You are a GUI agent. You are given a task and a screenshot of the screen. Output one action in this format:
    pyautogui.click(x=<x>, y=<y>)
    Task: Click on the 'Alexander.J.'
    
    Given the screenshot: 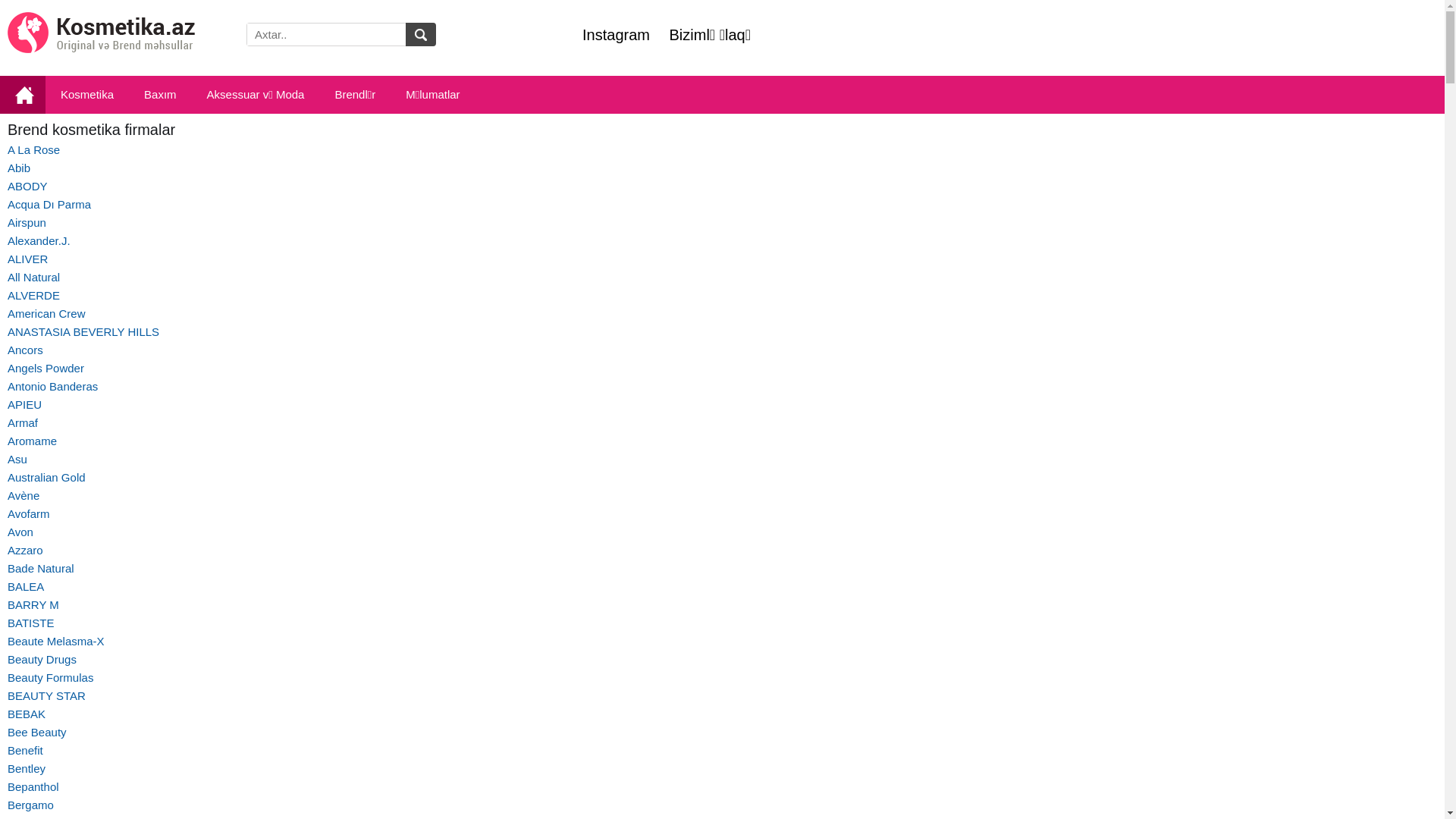 What is the action you would take?
    pyautogui.click(x=7, y=240)
    